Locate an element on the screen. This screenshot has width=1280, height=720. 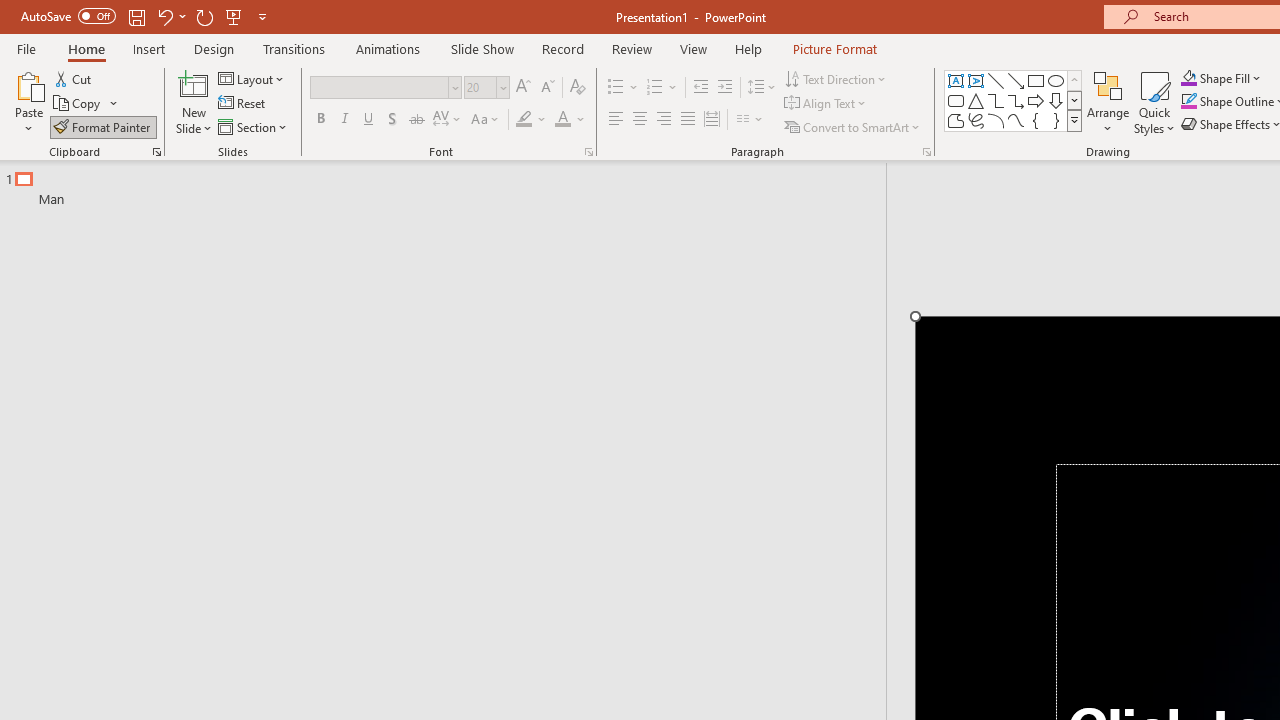
'Picture Format' is located at coordinates (835, 48).